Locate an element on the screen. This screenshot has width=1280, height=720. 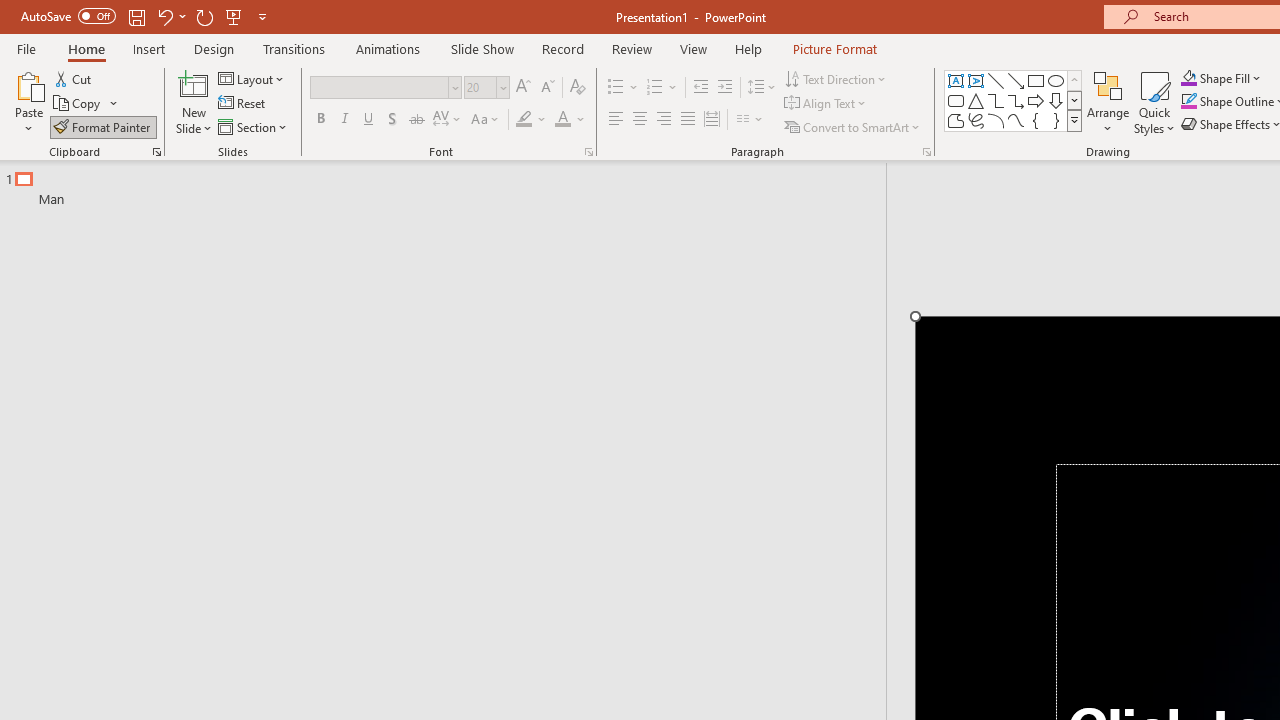
'Picture Format' is located at coordinates (835, 48).